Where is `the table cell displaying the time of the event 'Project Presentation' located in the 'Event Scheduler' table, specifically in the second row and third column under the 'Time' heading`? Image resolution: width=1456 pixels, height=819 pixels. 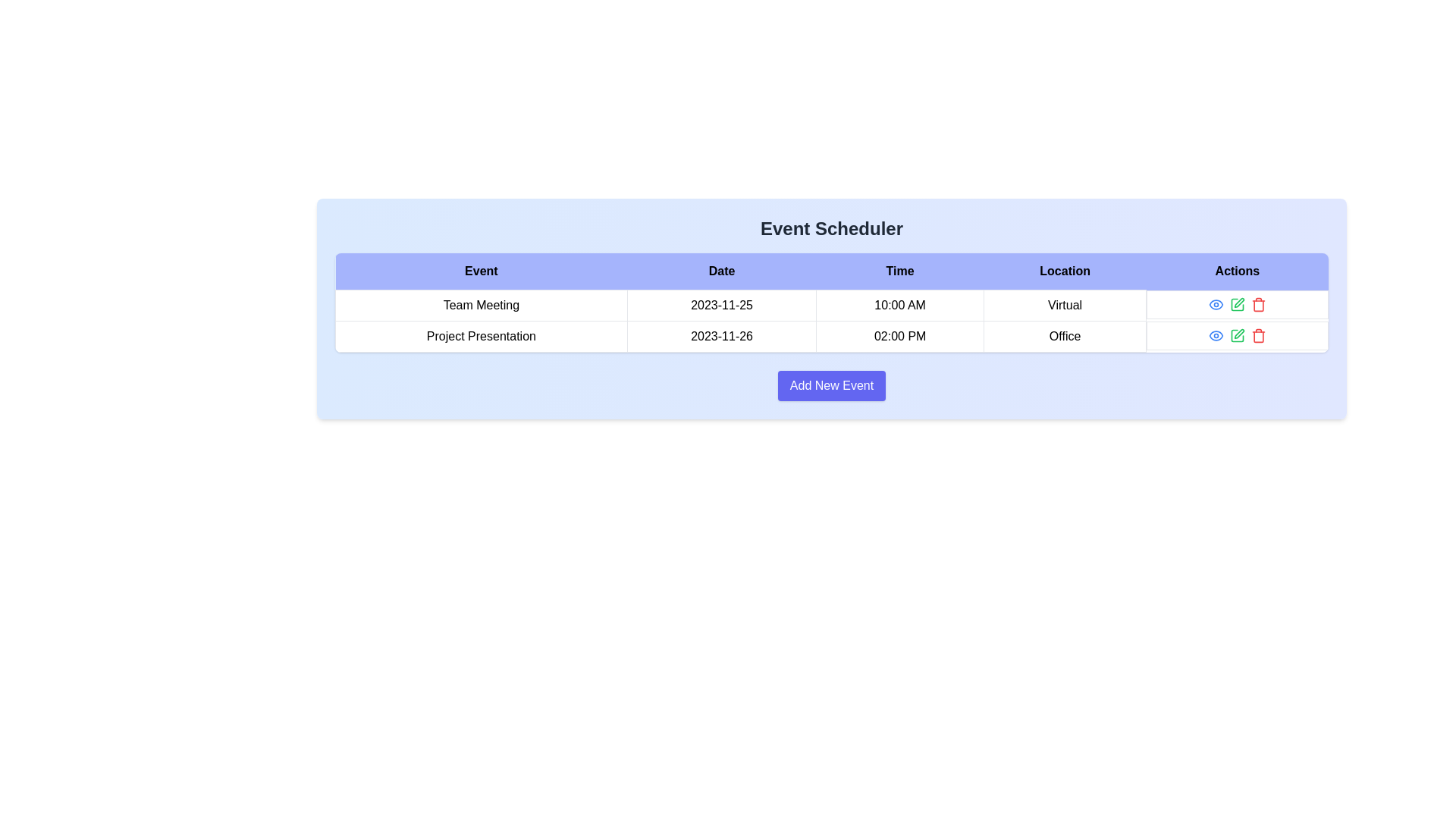
the table cell displaying the time of the event 'Project Presentation' located in the 'Event Scheduler' table, specifically in the second row and third column under the 'Time' heading is located at coordinates (900, 335).